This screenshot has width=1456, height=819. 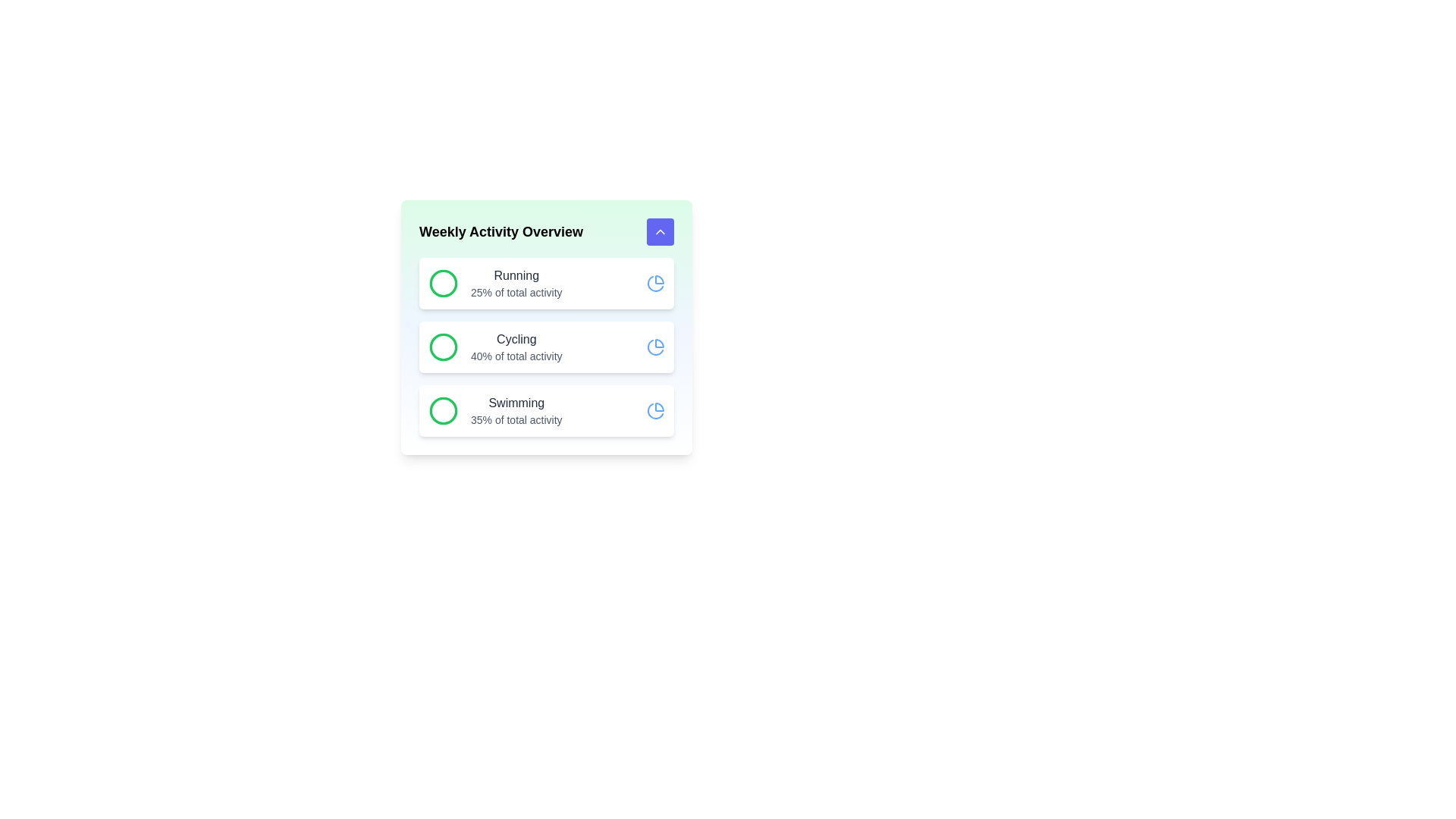 What do you see at coordinates (443, 347) in the screenshot?
I see `the SVG-based circular graphical element representing the 'Cycling' activity icon located in the 'Weekly Activity Overview' section` at bounding box center [443, 347].